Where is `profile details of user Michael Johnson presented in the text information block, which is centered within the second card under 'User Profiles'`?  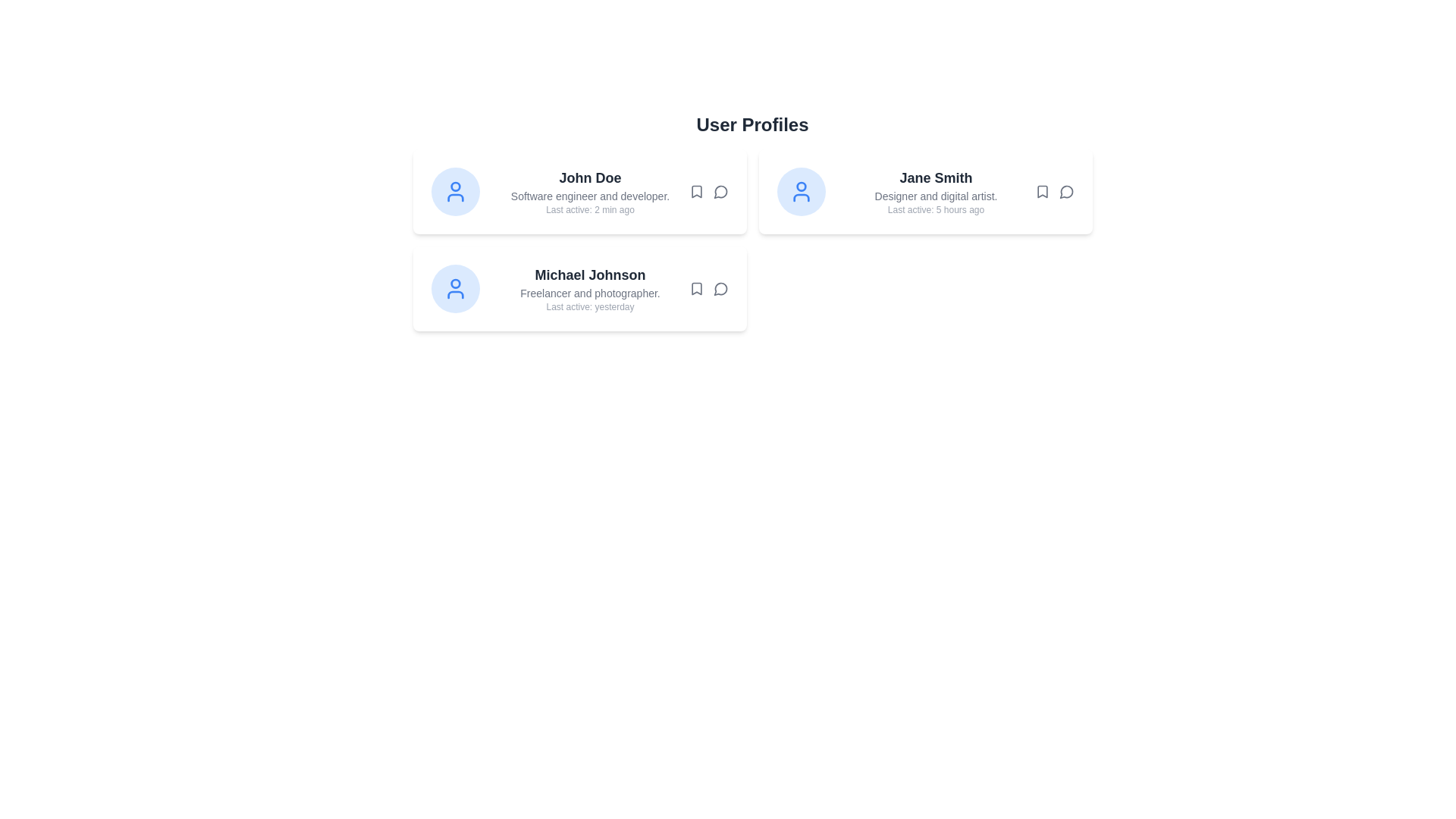 profile details of user Michael Johnson presented in the text information block, which is centered within the second card under 'User Profiles' is located at coordinates (589, 289).